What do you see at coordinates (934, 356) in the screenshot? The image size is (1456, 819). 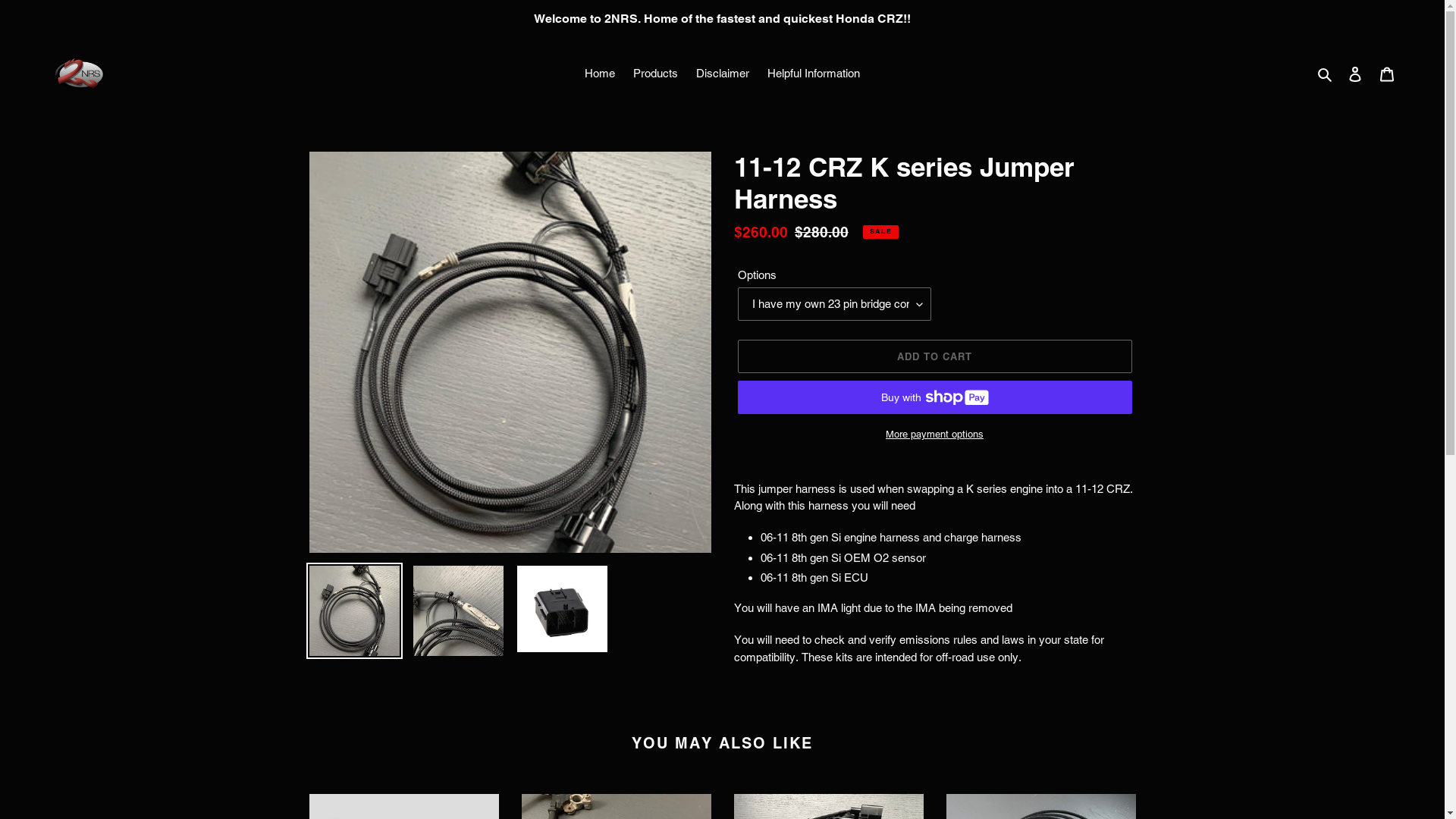 I see `'ADD TO CART'` at bounding box center [934, 356].